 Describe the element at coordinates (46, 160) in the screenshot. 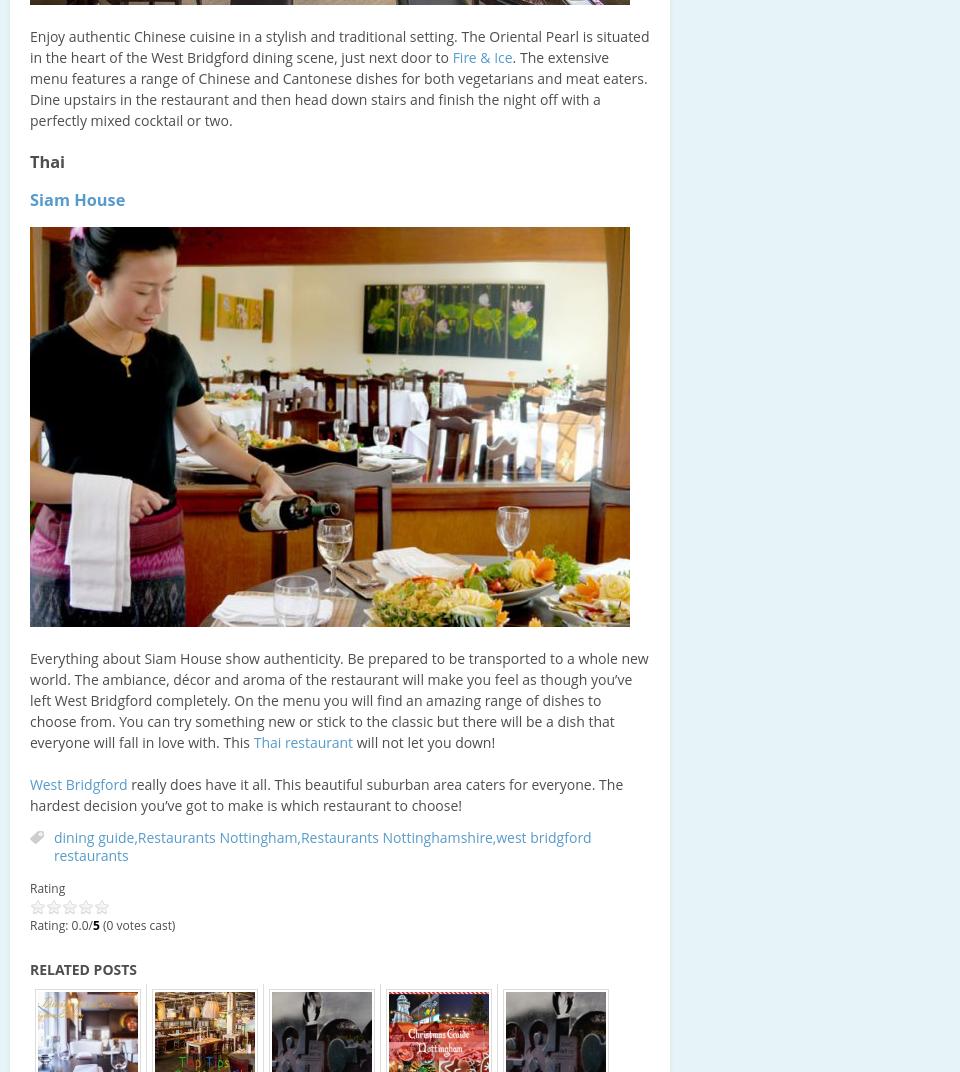

I see `'Thai'` at that location.